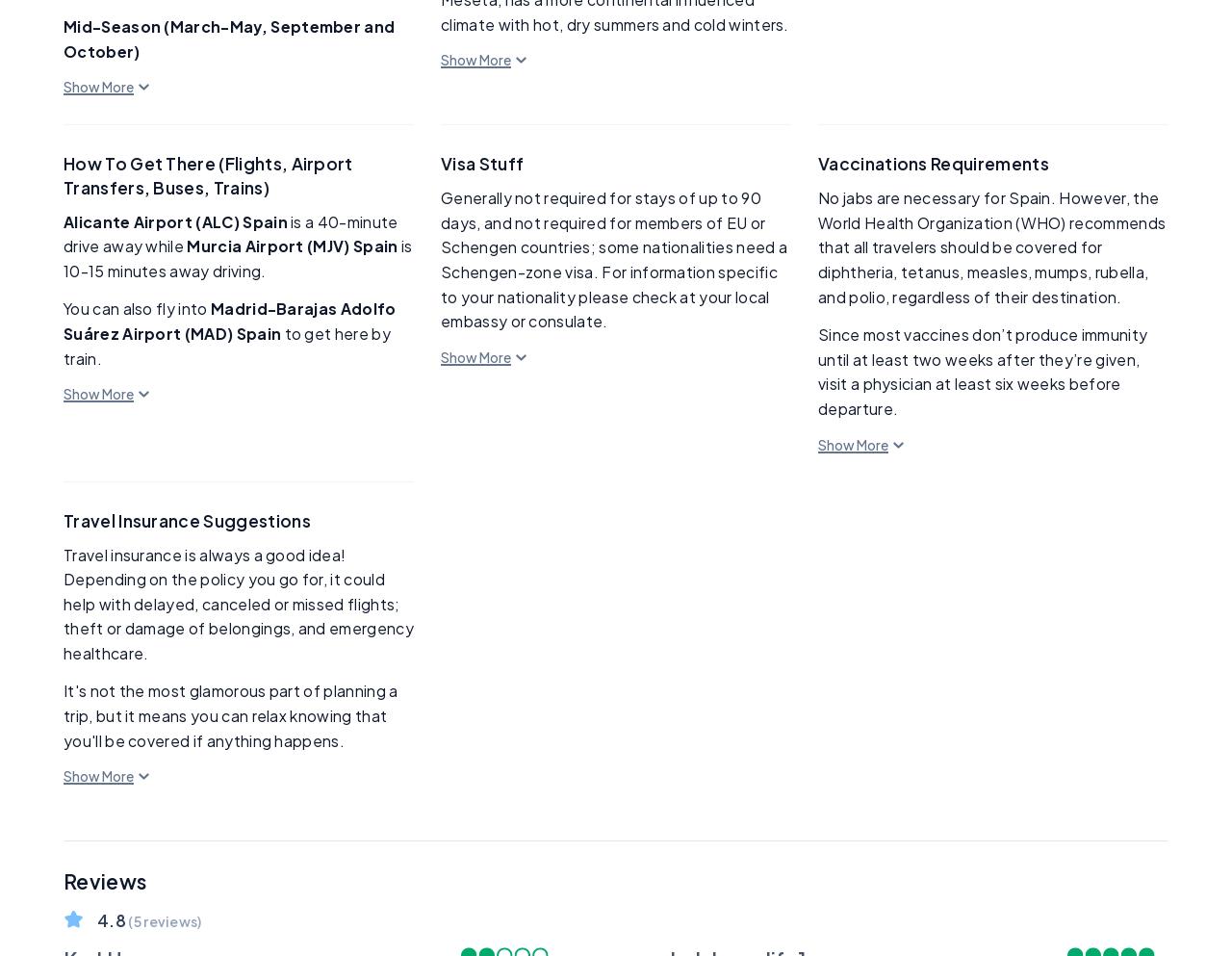 This screenshot has height=956, width=1232. What do you see at coordinates (293, 245) in the screenshot?
I see `'Murcia Airport (MJV) Spain'` at bounding box center [293, 245].